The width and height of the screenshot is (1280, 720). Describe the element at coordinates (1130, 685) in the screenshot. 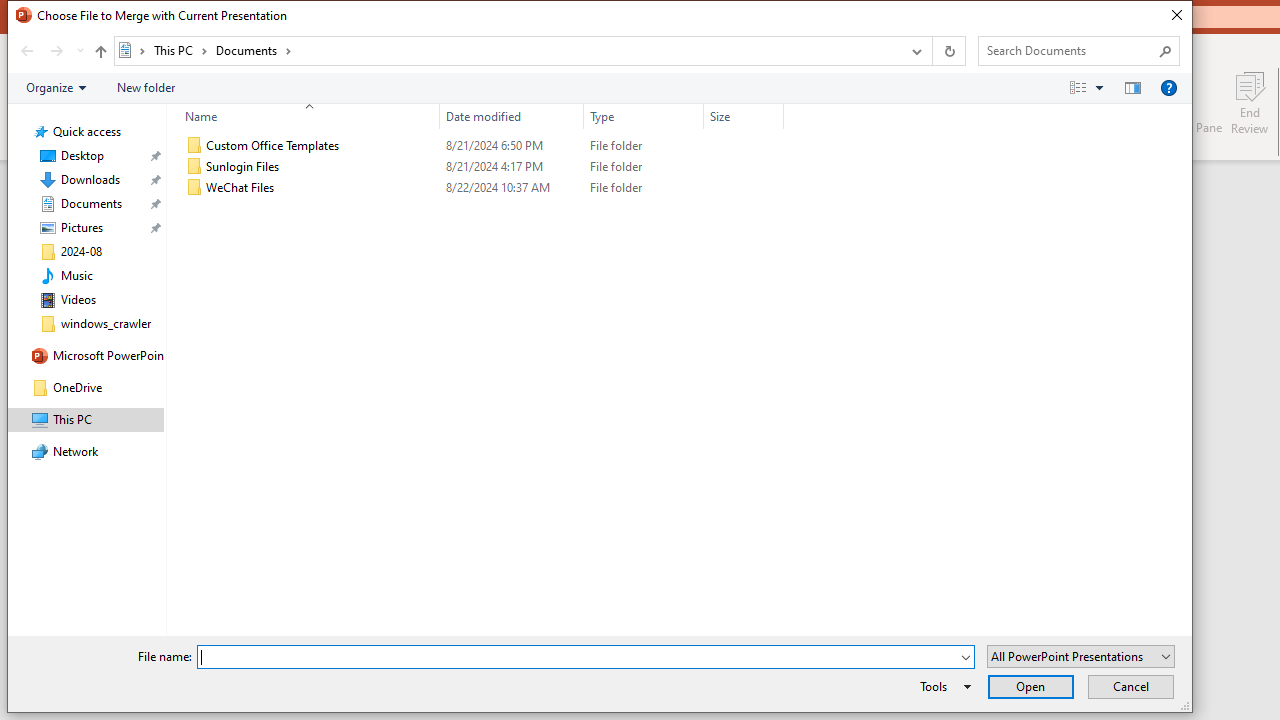

I see `'Cancel'` at that location.